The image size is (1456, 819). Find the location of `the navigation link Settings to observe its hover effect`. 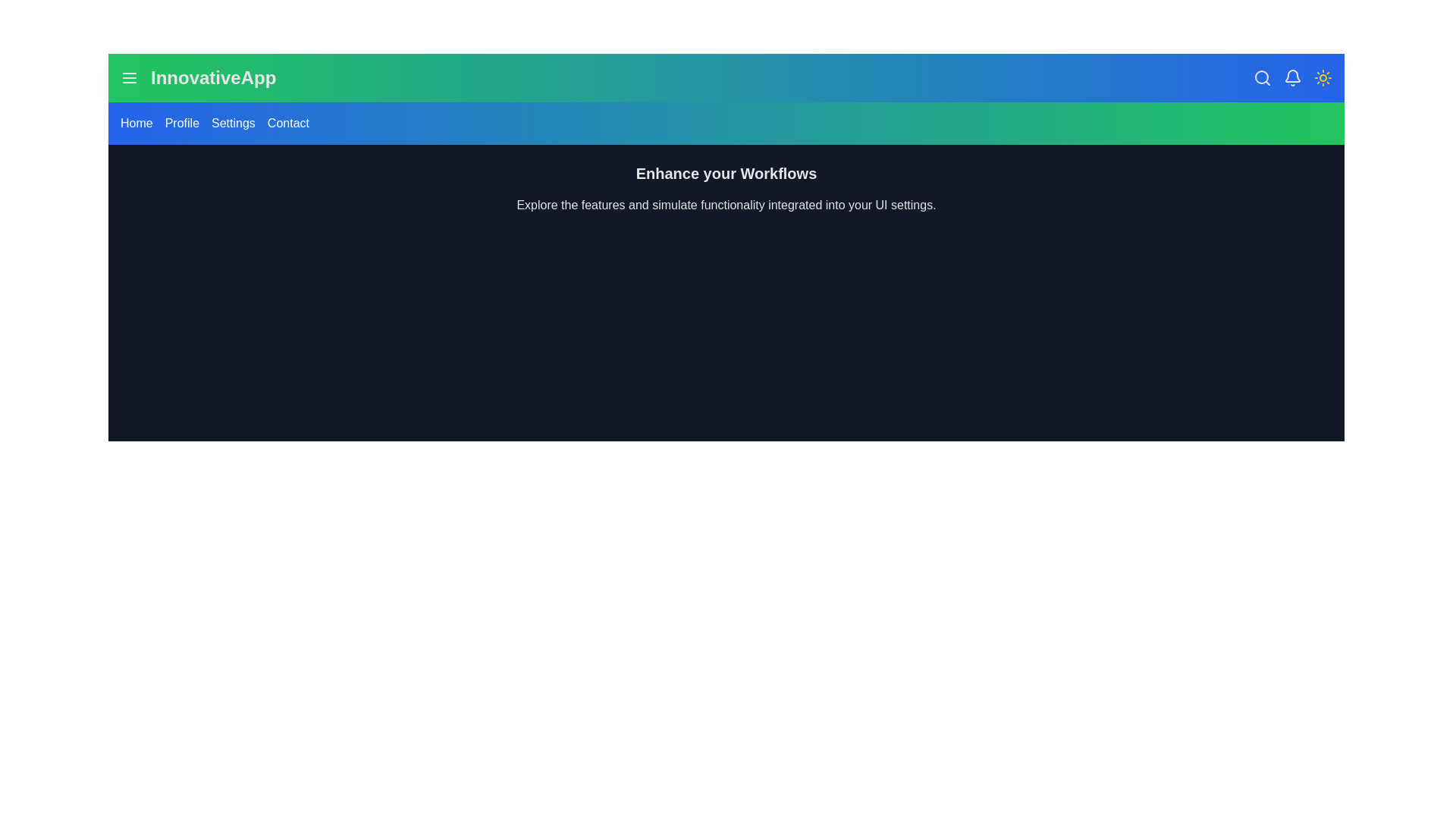

the navigation link Settings to observe its hover effect is located at coordinates (232, 122).